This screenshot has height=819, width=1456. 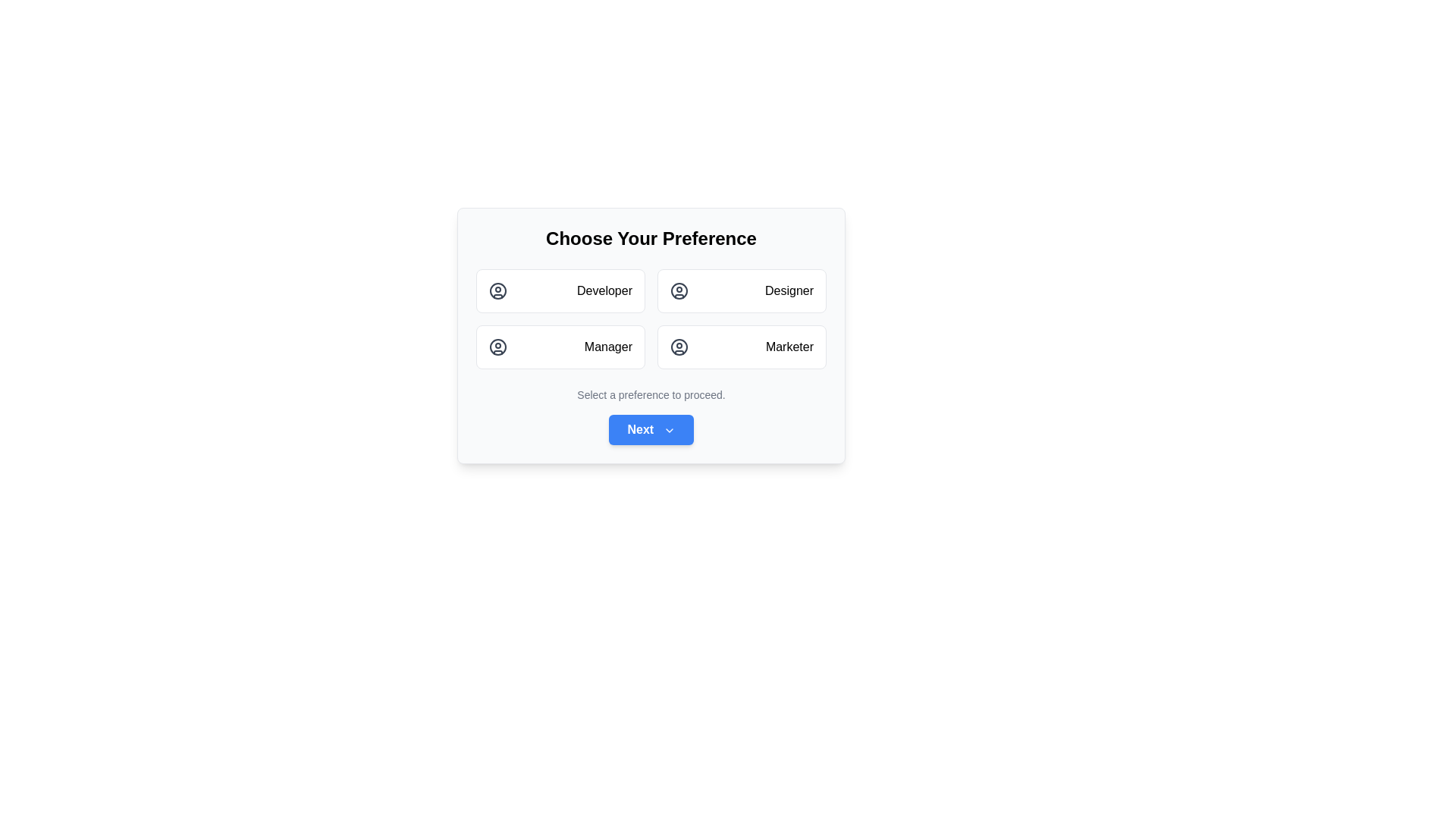 What do you see at coordinates (498, 347) in the screenshot?
I see `the user profile SVG icon located in the top-left corner of the 'Manager' option box, which features a circular design and is styled in gray against a white background` at bounding box center [498, 347].